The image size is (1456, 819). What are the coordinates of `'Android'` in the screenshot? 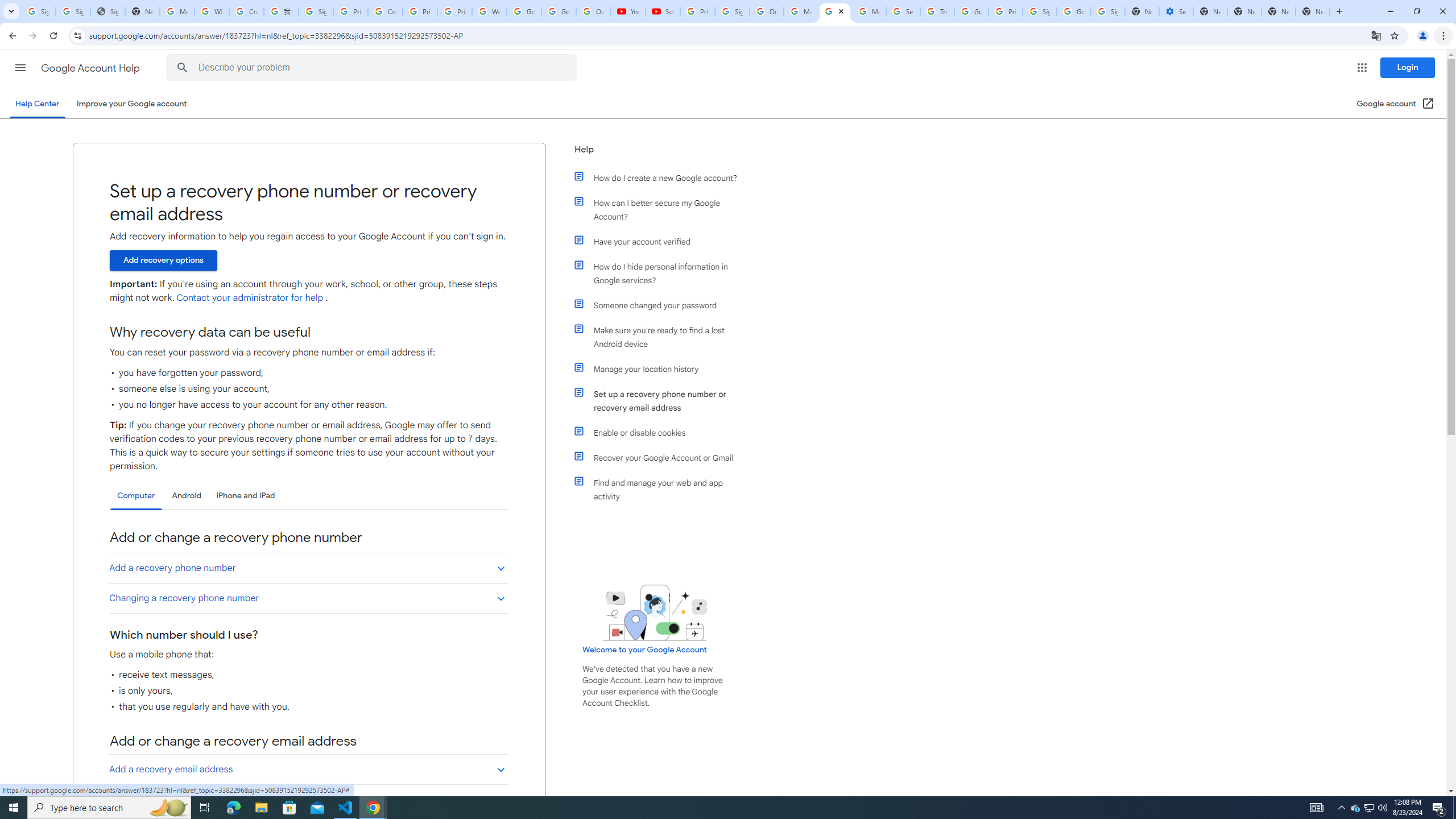 It's located at (186, 495).